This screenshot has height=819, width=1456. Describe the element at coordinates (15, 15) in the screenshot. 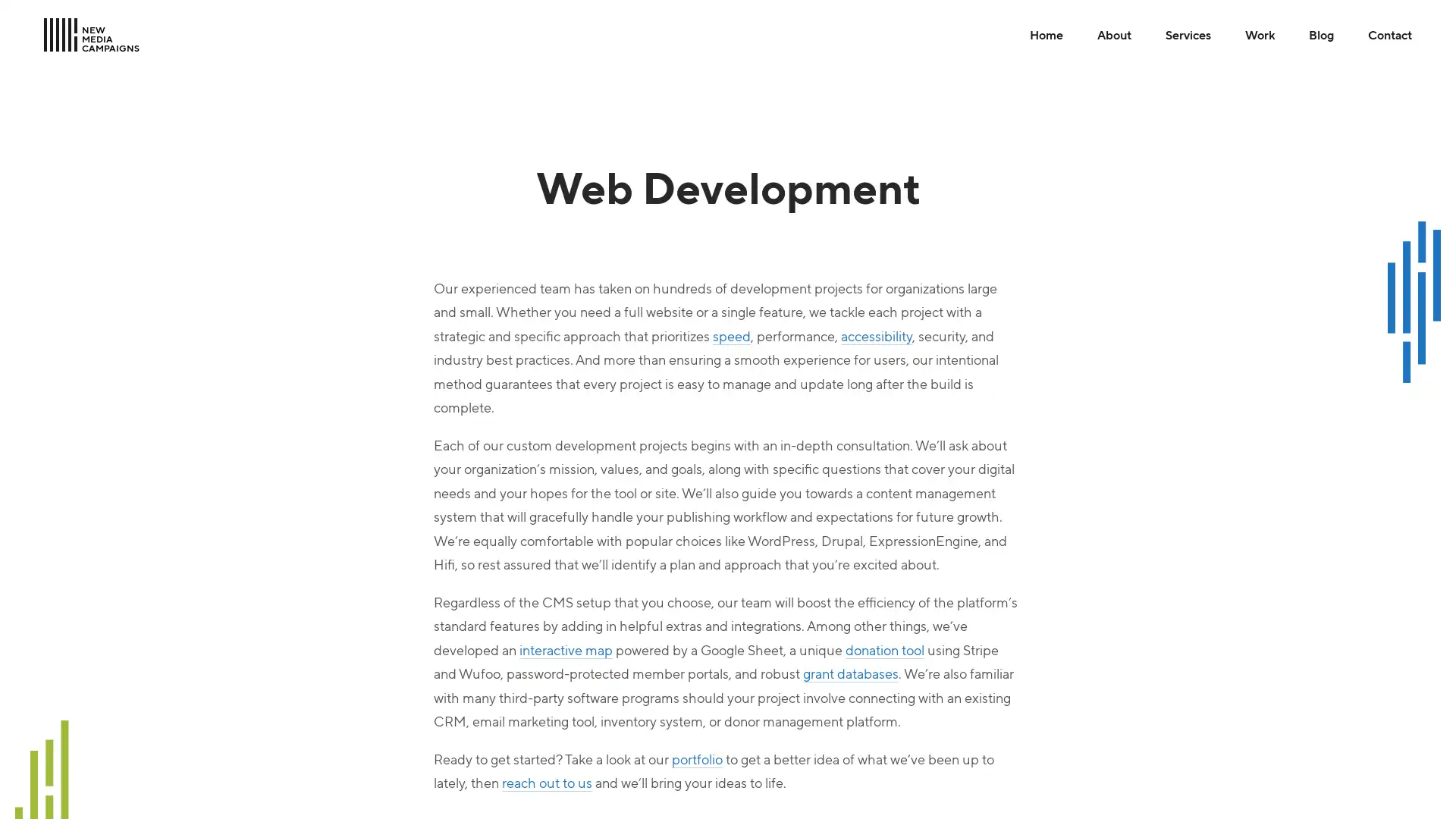

I see `Skip to Main Content` at that location.